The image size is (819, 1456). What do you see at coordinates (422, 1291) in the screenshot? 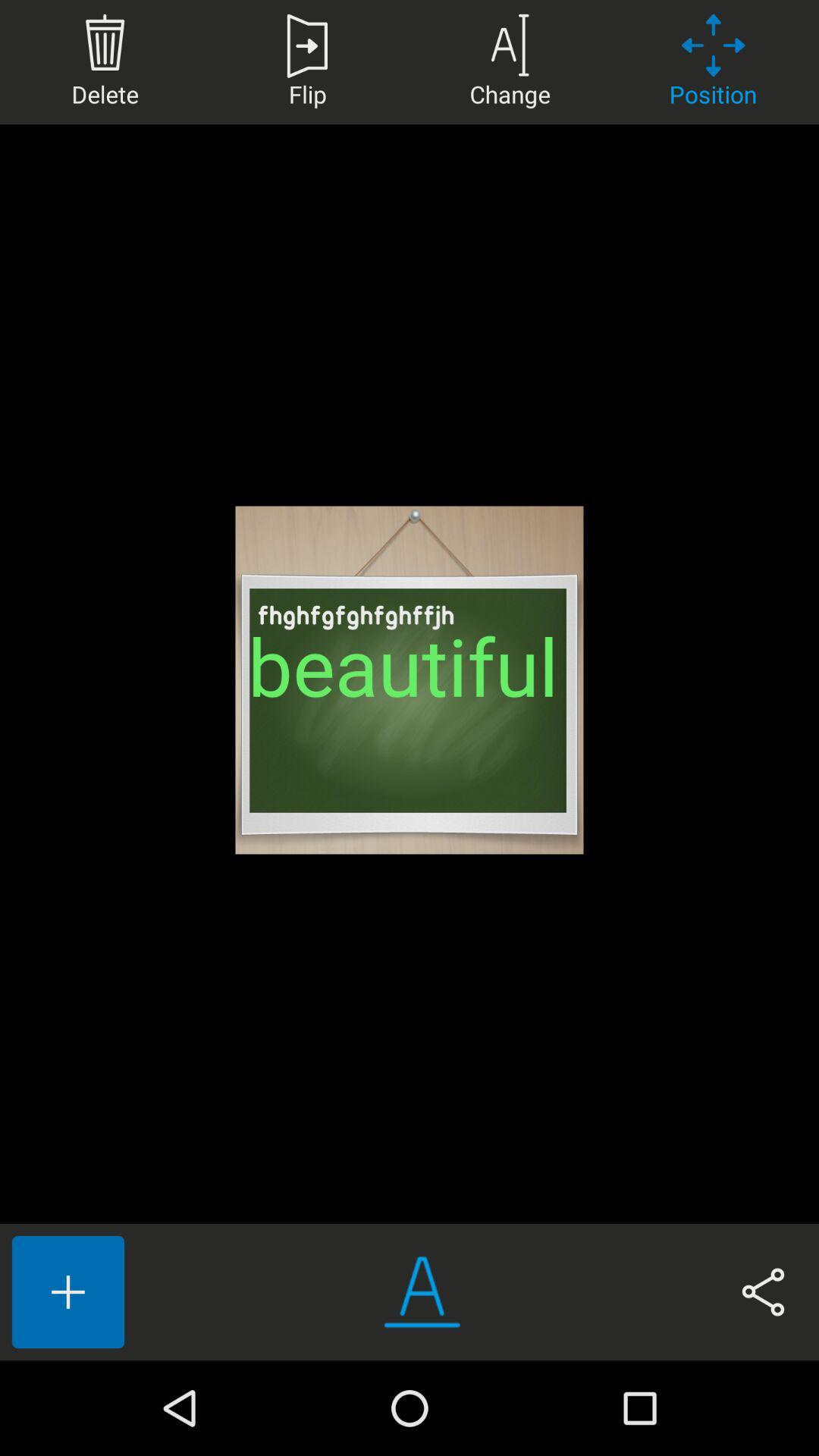
I see `the font icon` at bounding box center [422, 1291].